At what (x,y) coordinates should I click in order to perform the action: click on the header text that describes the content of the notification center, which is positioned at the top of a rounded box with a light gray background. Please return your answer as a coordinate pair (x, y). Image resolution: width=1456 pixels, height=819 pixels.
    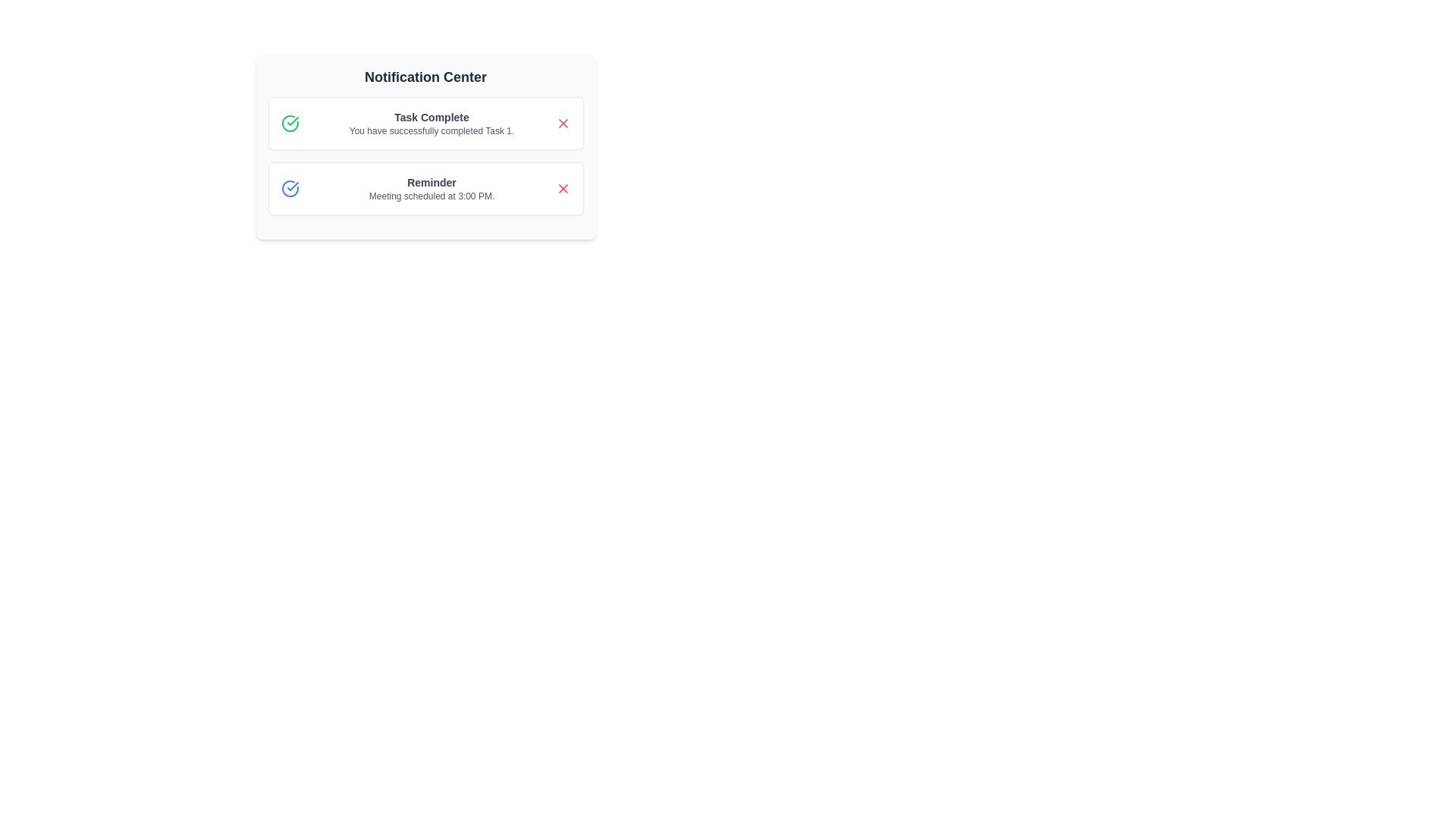
    Looking at the image, I should click on (425, 77).